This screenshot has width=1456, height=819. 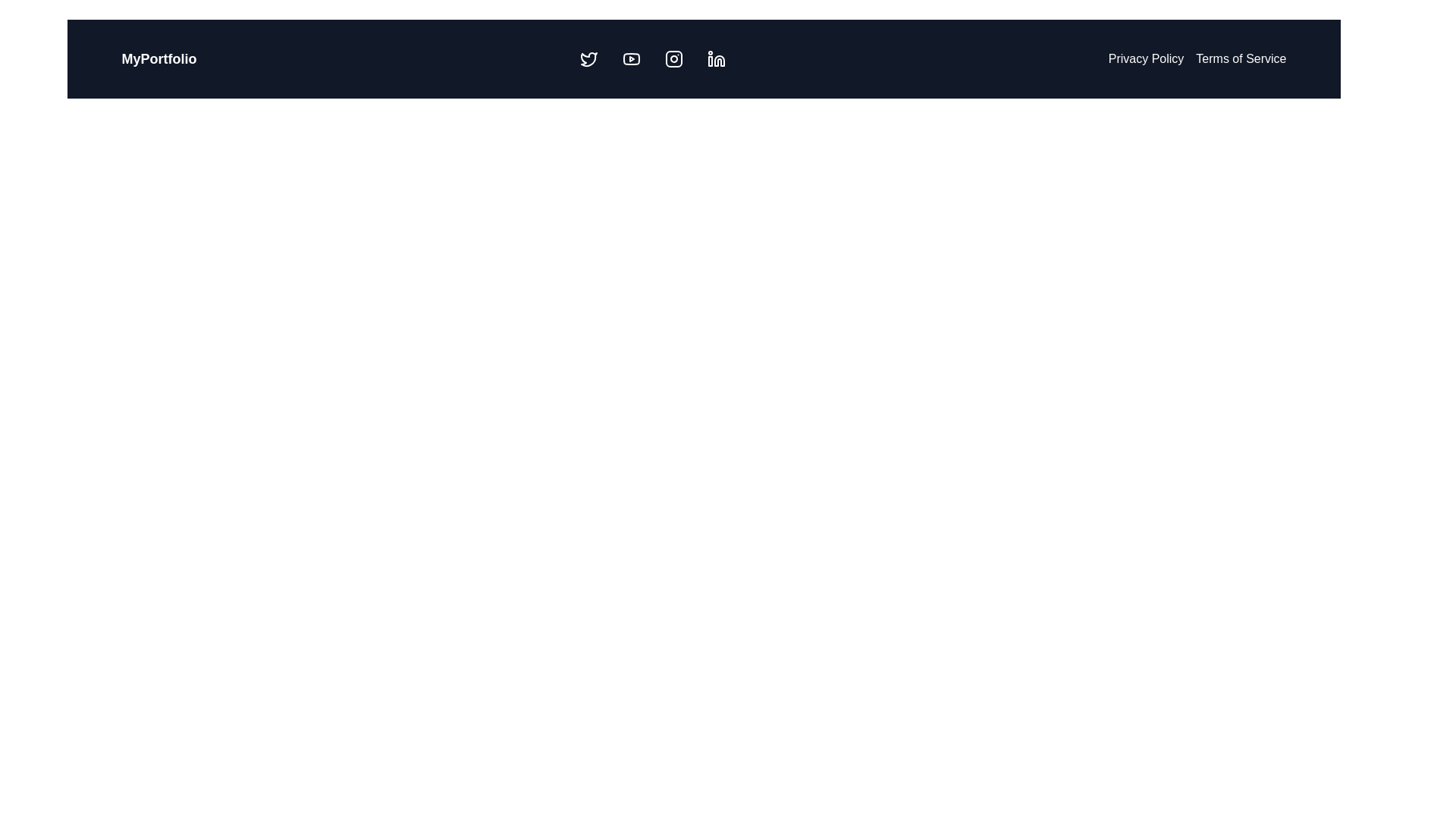 I want to click on the YouTube button located in the top navigation bar, which is the third button among four social media icons, so click(x=631, y=58).